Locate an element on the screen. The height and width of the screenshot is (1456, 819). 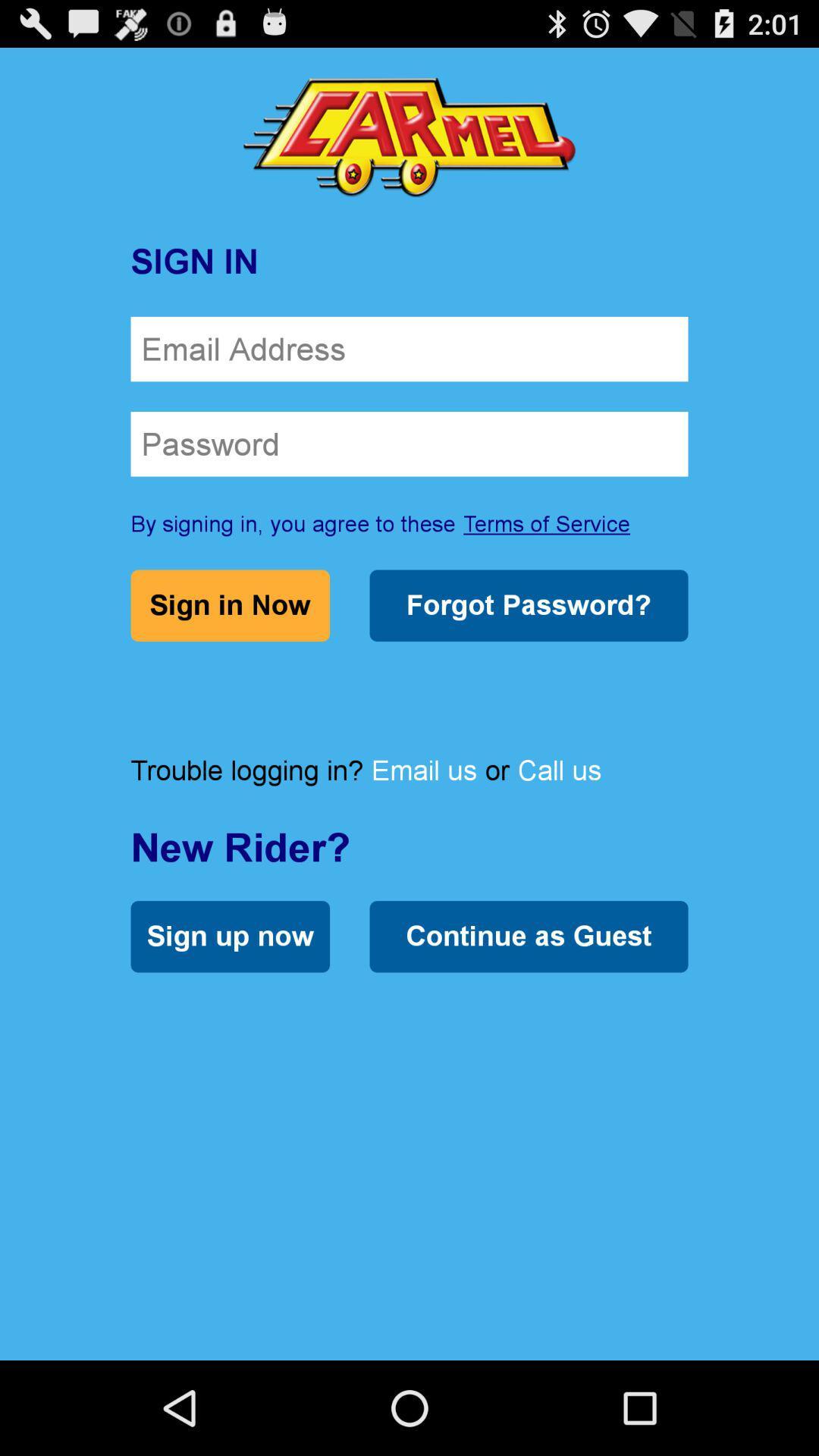
item to the left of or icon is located at coordinates (424, 770).